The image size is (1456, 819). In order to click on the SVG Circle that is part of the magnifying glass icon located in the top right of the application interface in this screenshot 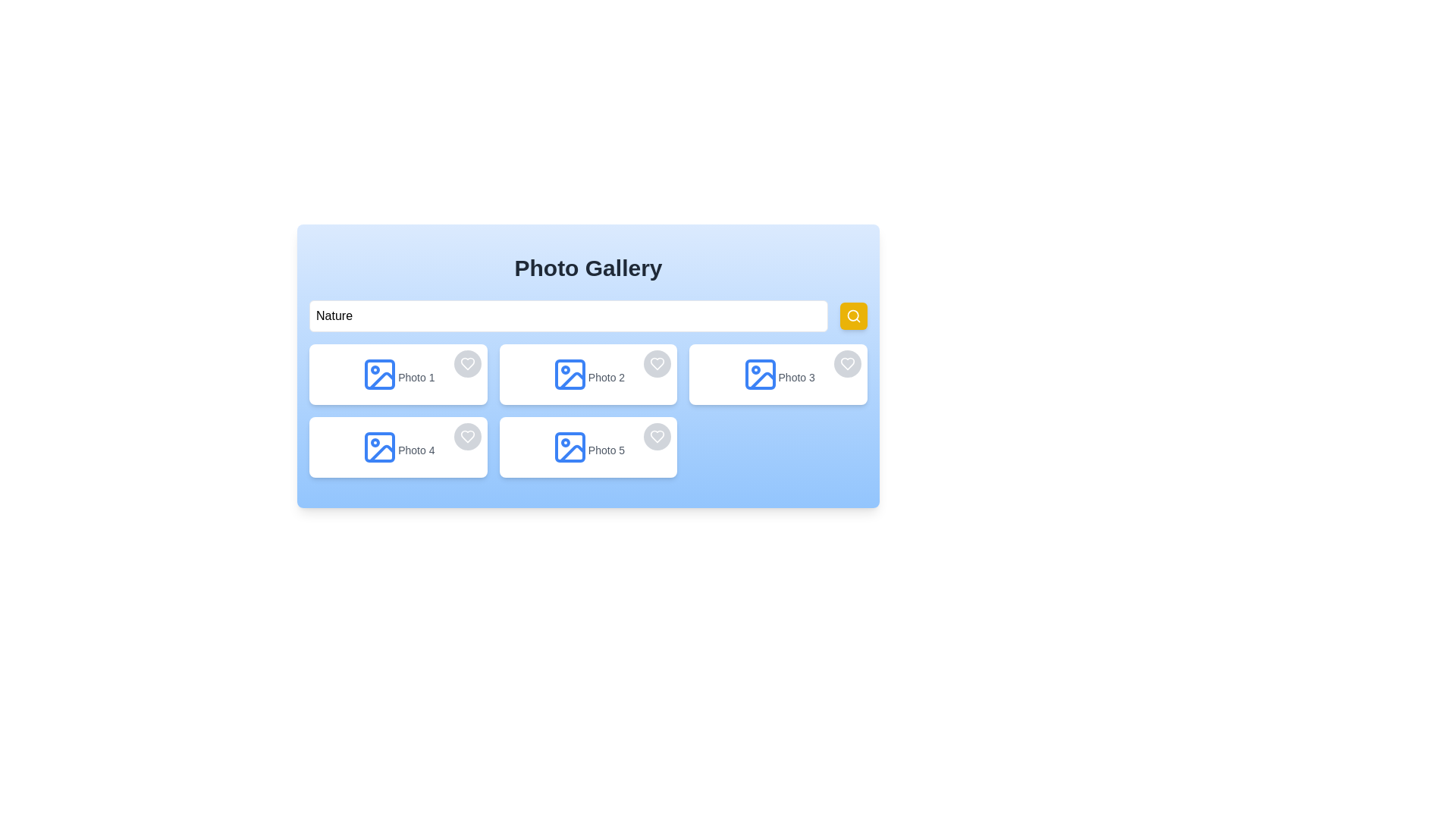, I will do `click(853, 315)`.